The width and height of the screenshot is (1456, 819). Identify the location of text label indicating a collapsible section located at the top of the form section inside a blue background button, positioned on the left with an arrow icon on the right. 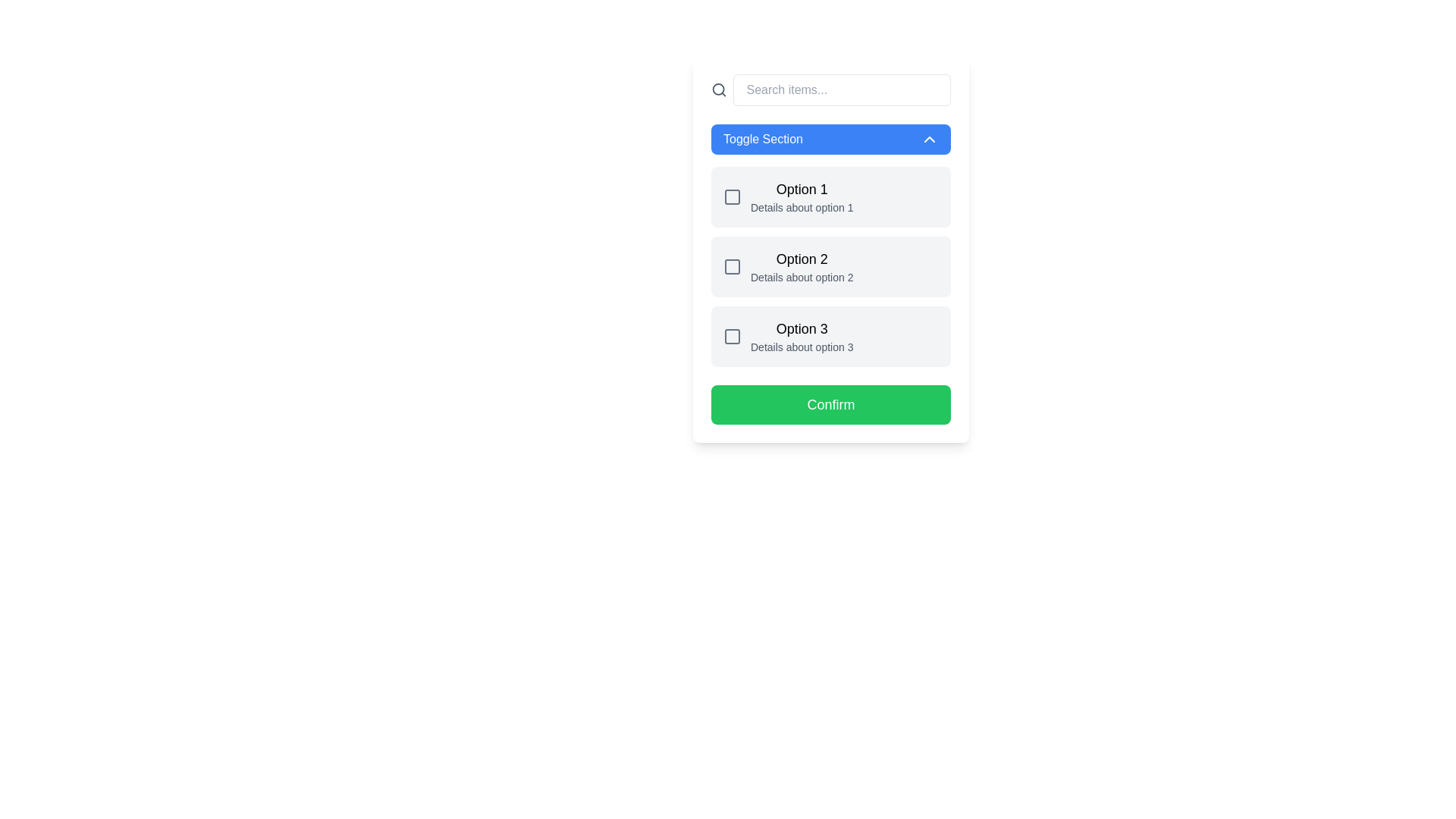
(763, 140).